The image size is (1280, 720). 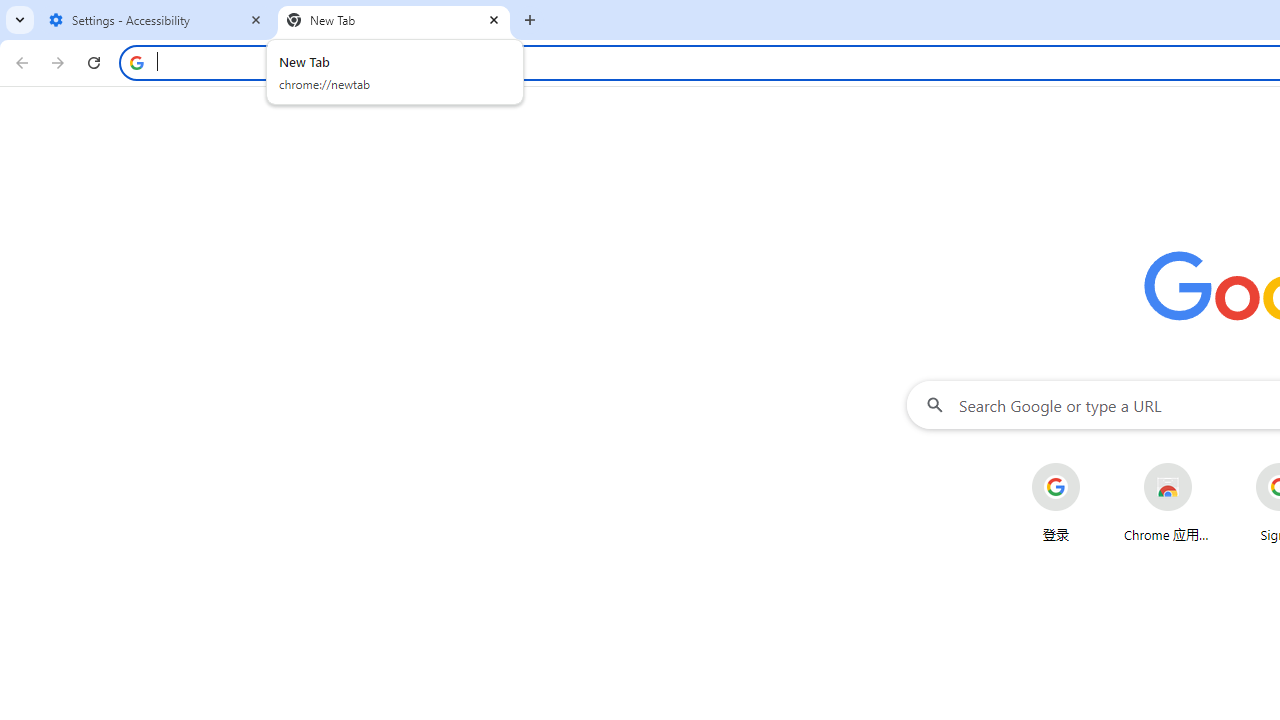 What do you see at coordinates (394, 20) in the screenshot?
I see `'New Tab'` at bounding box center [394, 20].